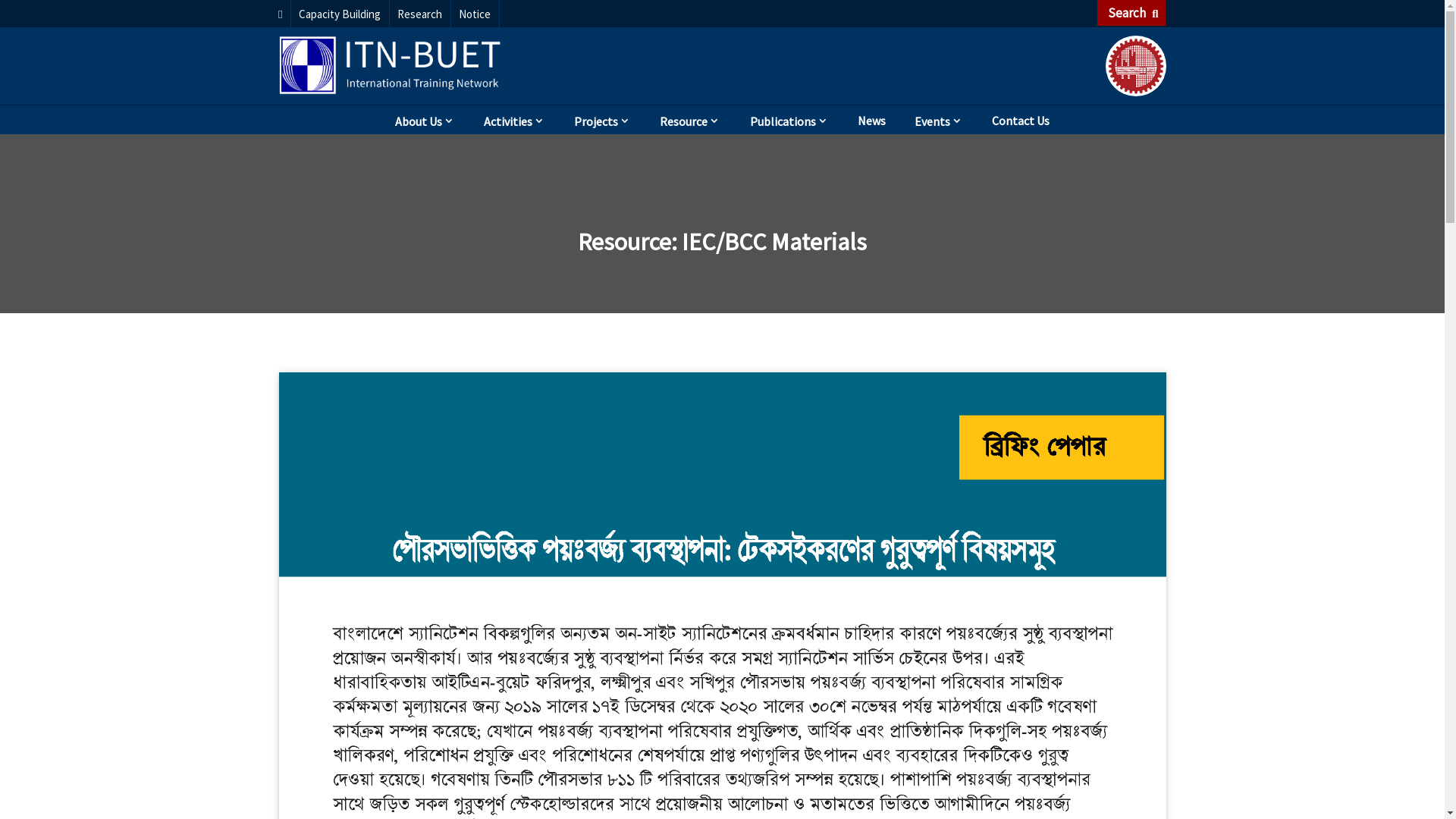 Image resolution: width=1456 pixels, height=819 pixels. What do you see at coordinates (340, 14) in the screenshot?
I see `'Capacity Building'` at bounding box center [340, 14].